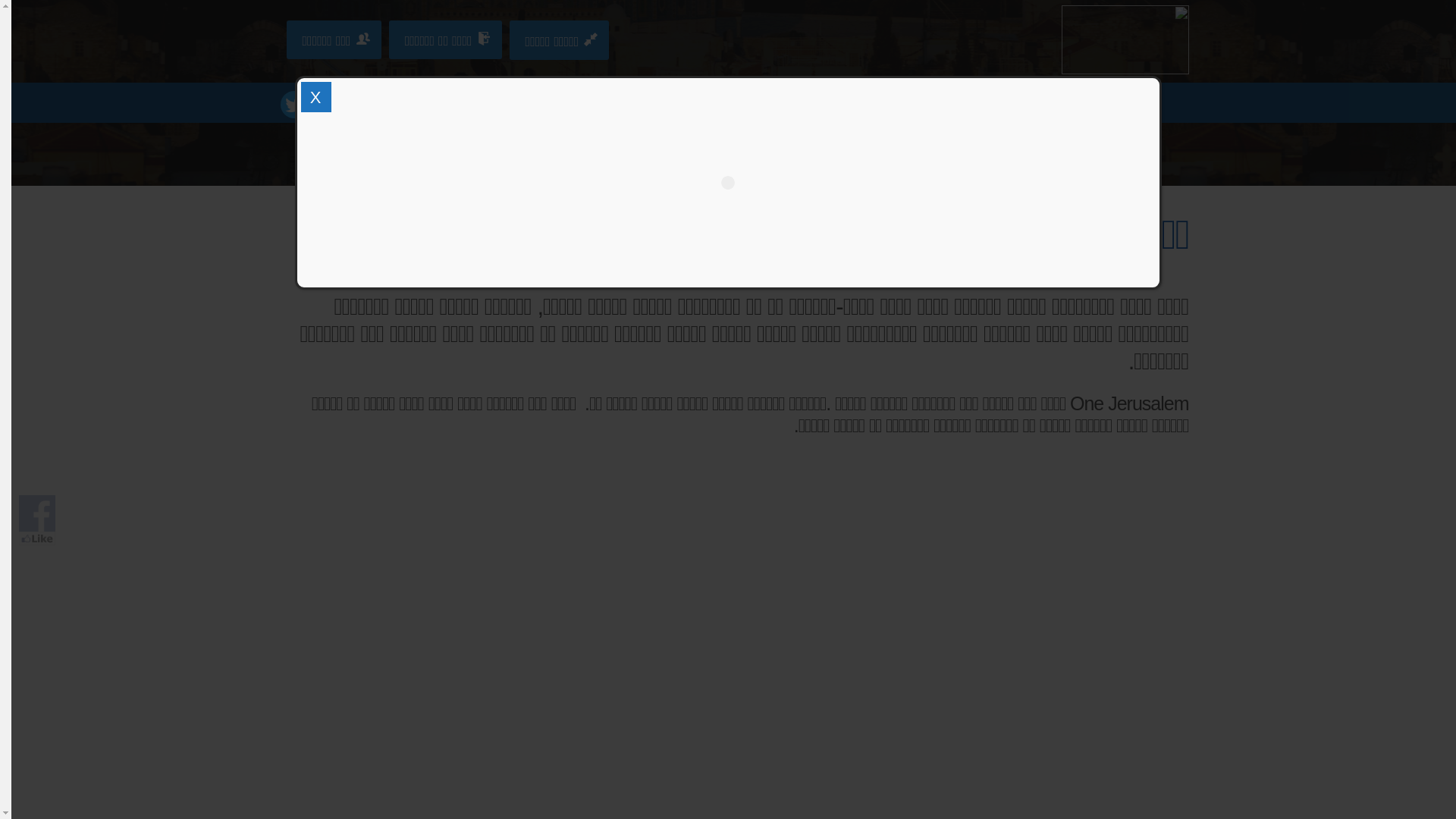  Describe the element at coordinates (36, 513) in the screenshot. I see `'Visit Our Facebook Page'` at that location.